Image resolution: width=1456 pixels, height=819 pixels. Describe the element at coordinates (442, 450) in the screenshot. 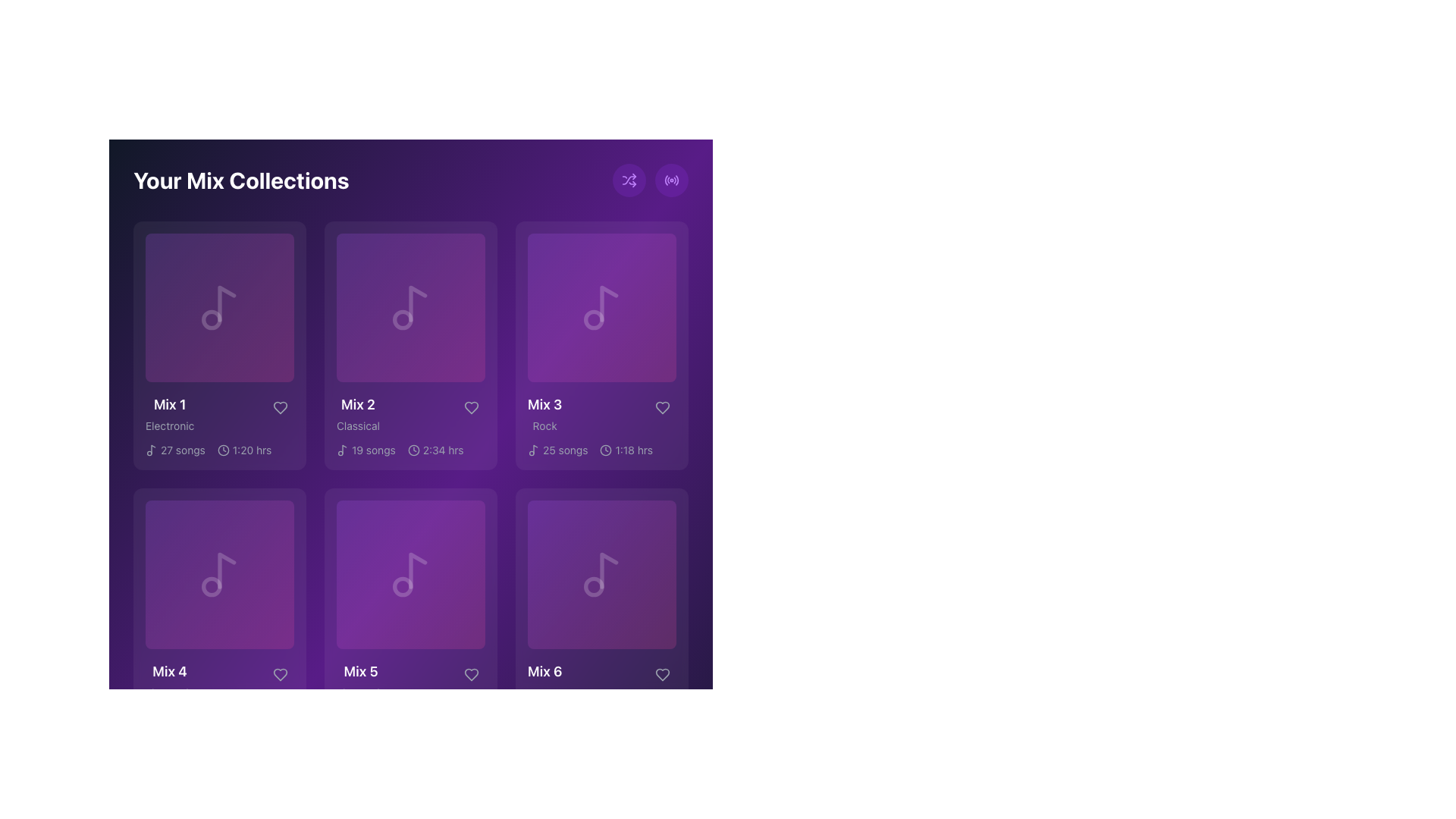

I see `the static text label displaying '2:34 hrs' in white font on a purple background, which is located in the second card of a grid layout under the label 'Mix 2' and next to the clock icon` at that location.